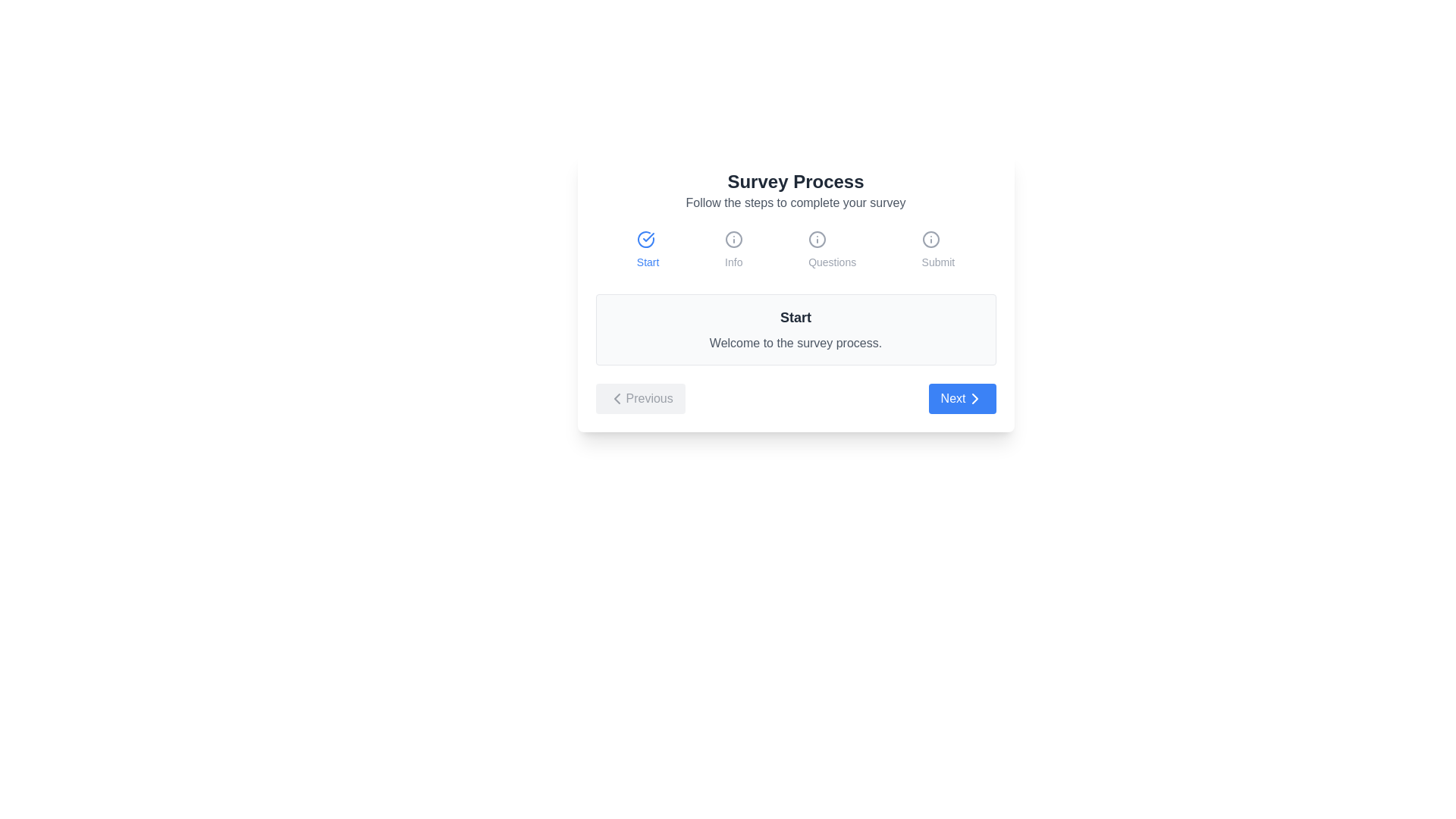  I want to click on the informational indicator icon located in the 'Submit' section of the process guide UI, so click(937, 239).